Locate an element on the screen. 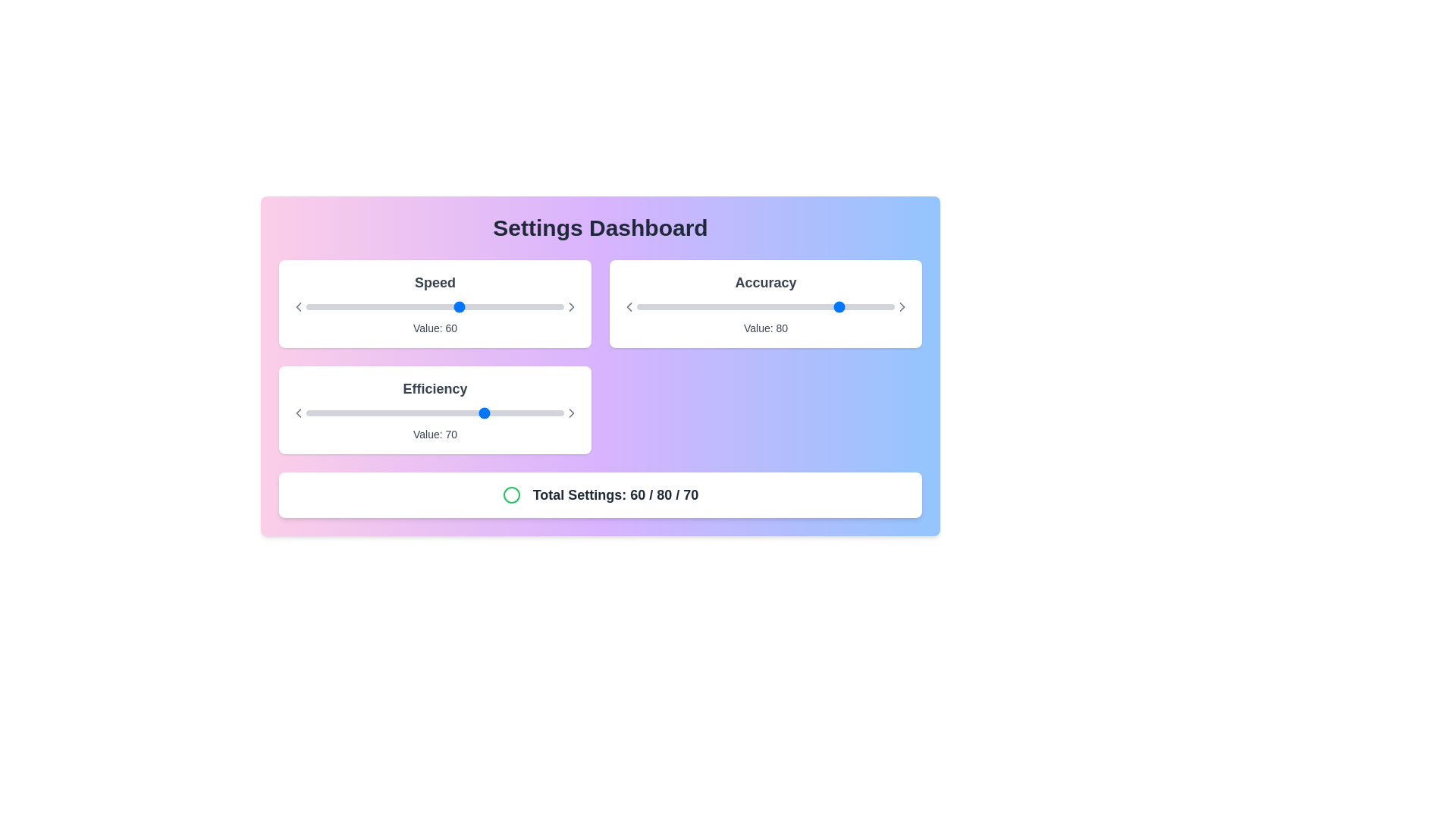 The image size is (1456, 819). efficiency is located at coordinates (522, 413).